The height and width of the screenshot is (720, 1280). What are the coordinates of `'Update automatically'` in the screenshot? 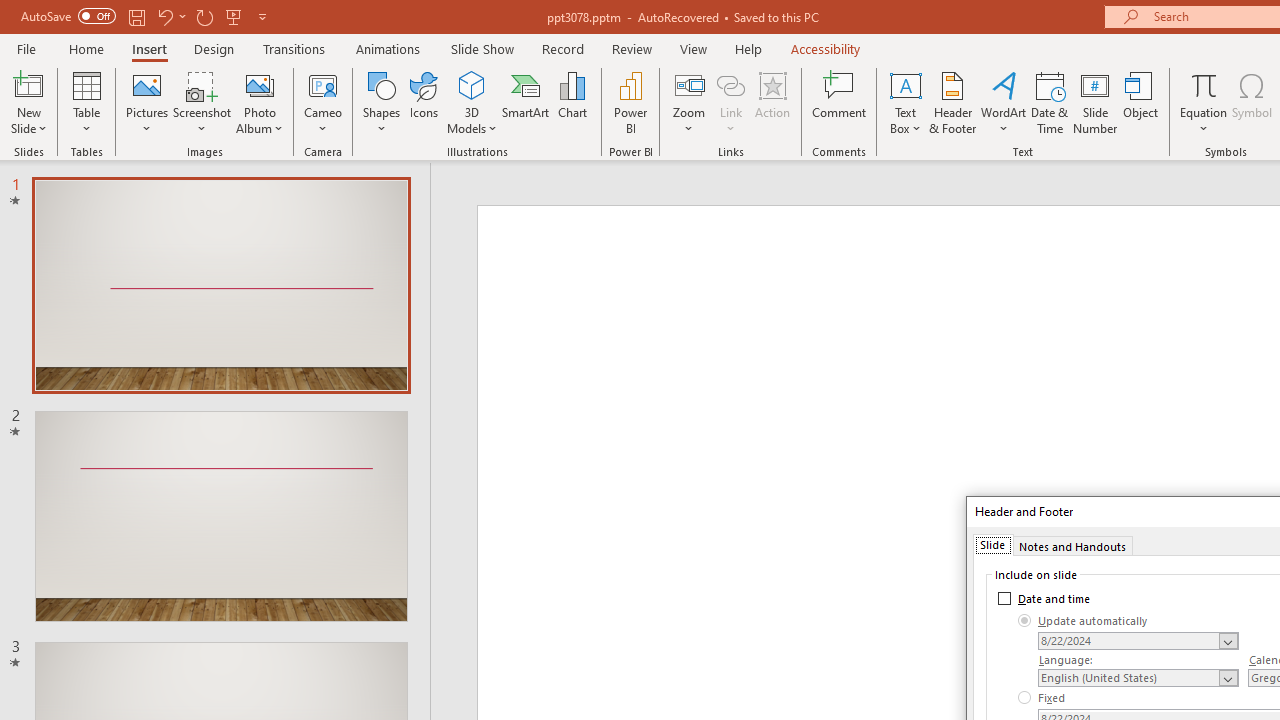 It's located at (1082, 620).